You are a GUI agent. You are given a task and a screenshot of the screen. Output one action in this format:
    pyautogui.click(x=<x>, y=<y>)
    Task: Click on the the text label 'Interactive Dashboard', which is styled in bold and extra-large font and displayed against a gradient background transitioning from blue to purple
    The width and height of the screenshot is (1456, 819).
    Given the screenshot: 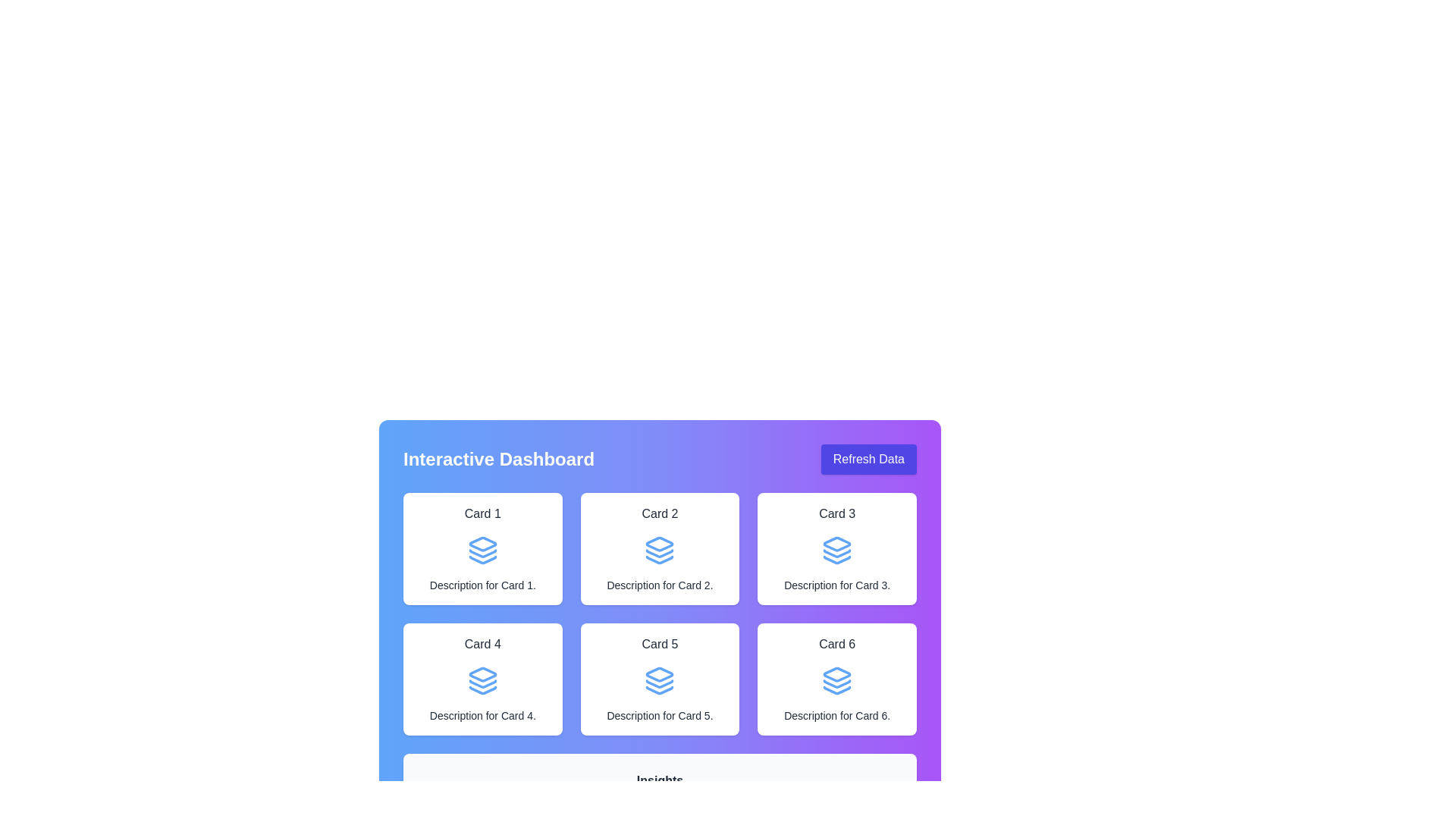 What is the action you would take?
    pyautogui.click(x=498, y=458)
    